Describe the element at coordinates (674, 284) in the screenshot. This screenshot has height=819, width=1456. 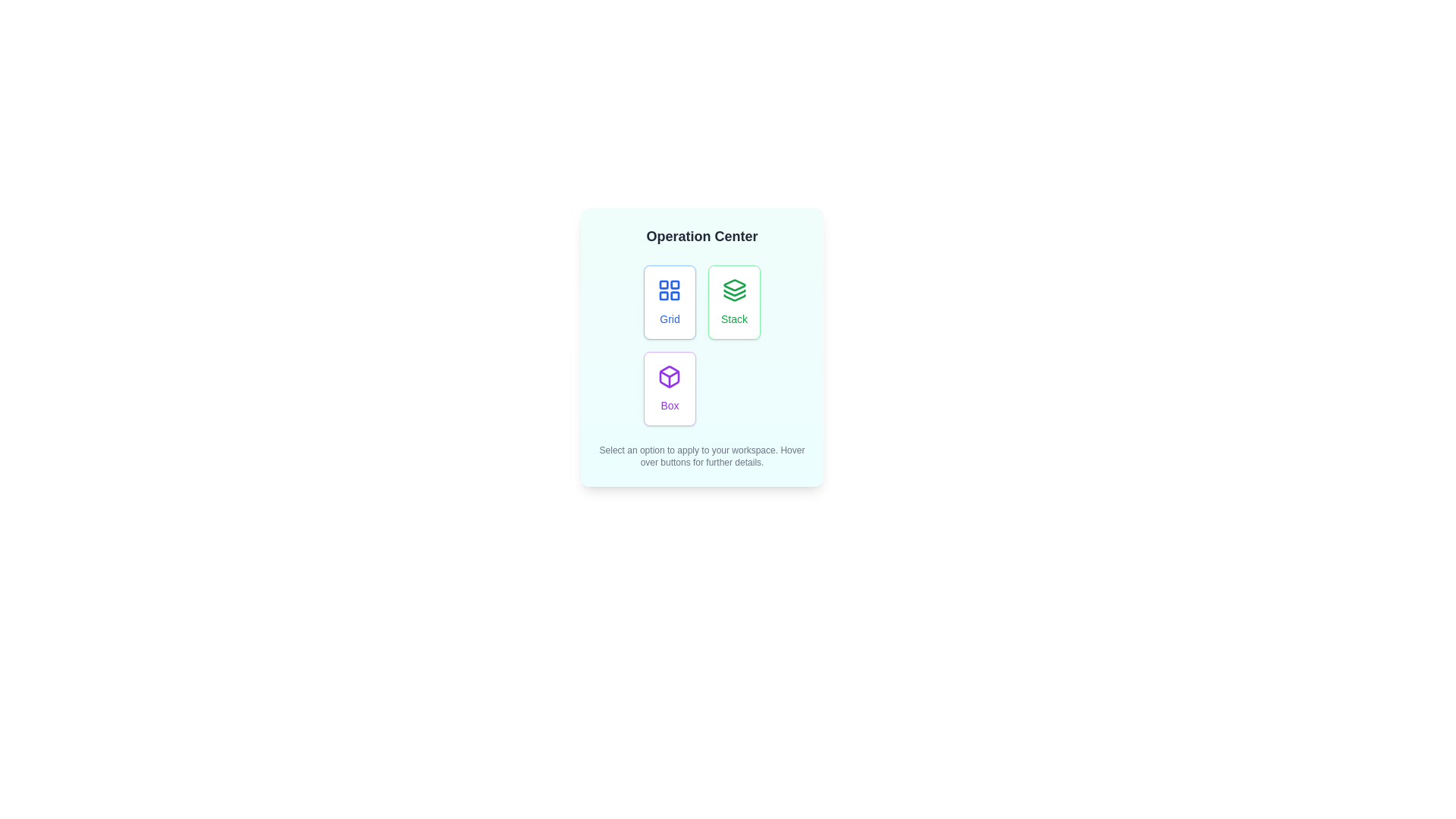
I see `the second cell in the top-right corner of the 2x2 grid icon within the SVG structure of the Operation Center interface` at that location.